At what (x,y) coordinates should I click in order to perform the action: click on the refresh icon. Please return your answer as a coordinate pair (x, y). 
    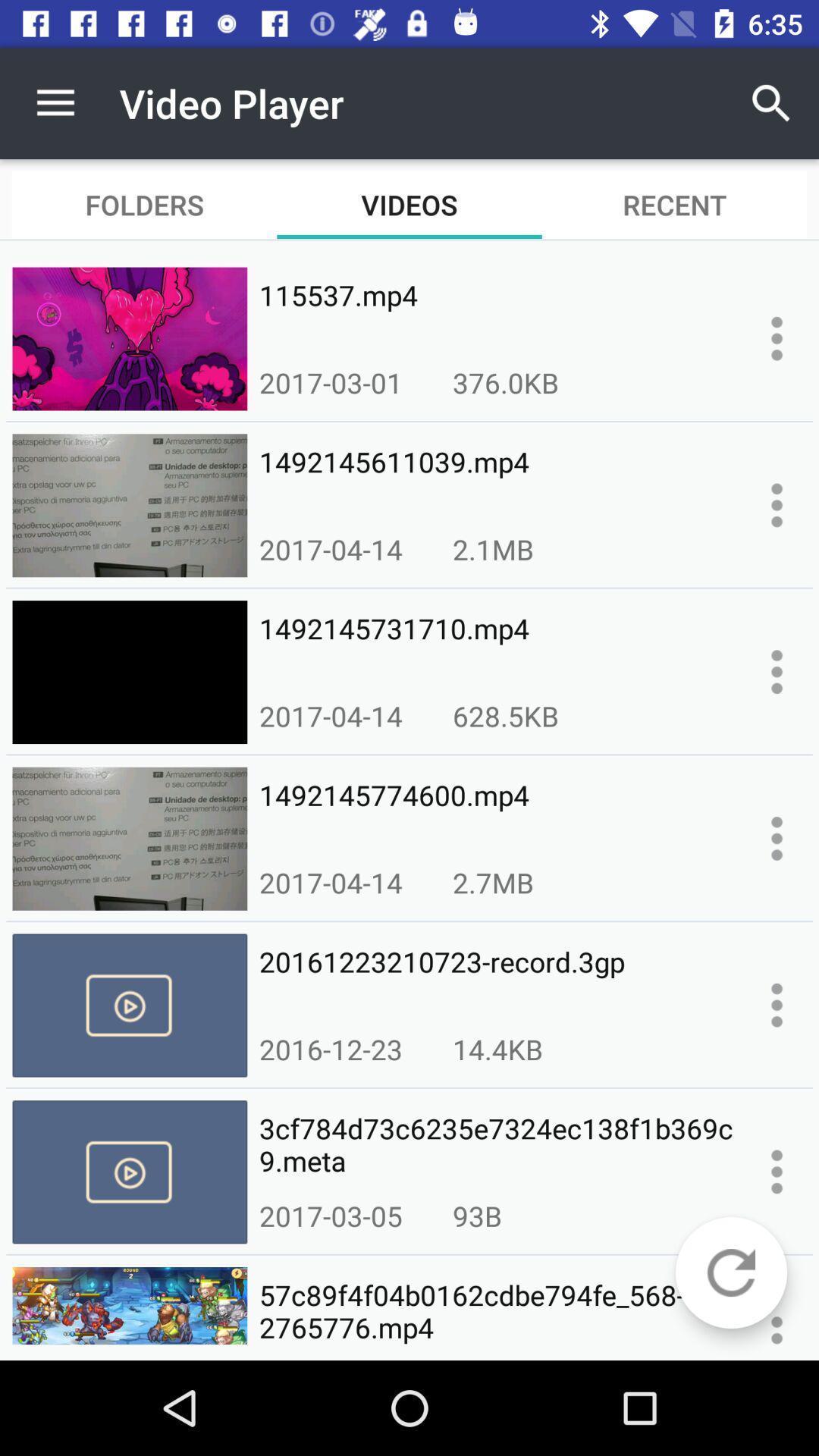
    Looking at the image, I should click on (730, 1272).